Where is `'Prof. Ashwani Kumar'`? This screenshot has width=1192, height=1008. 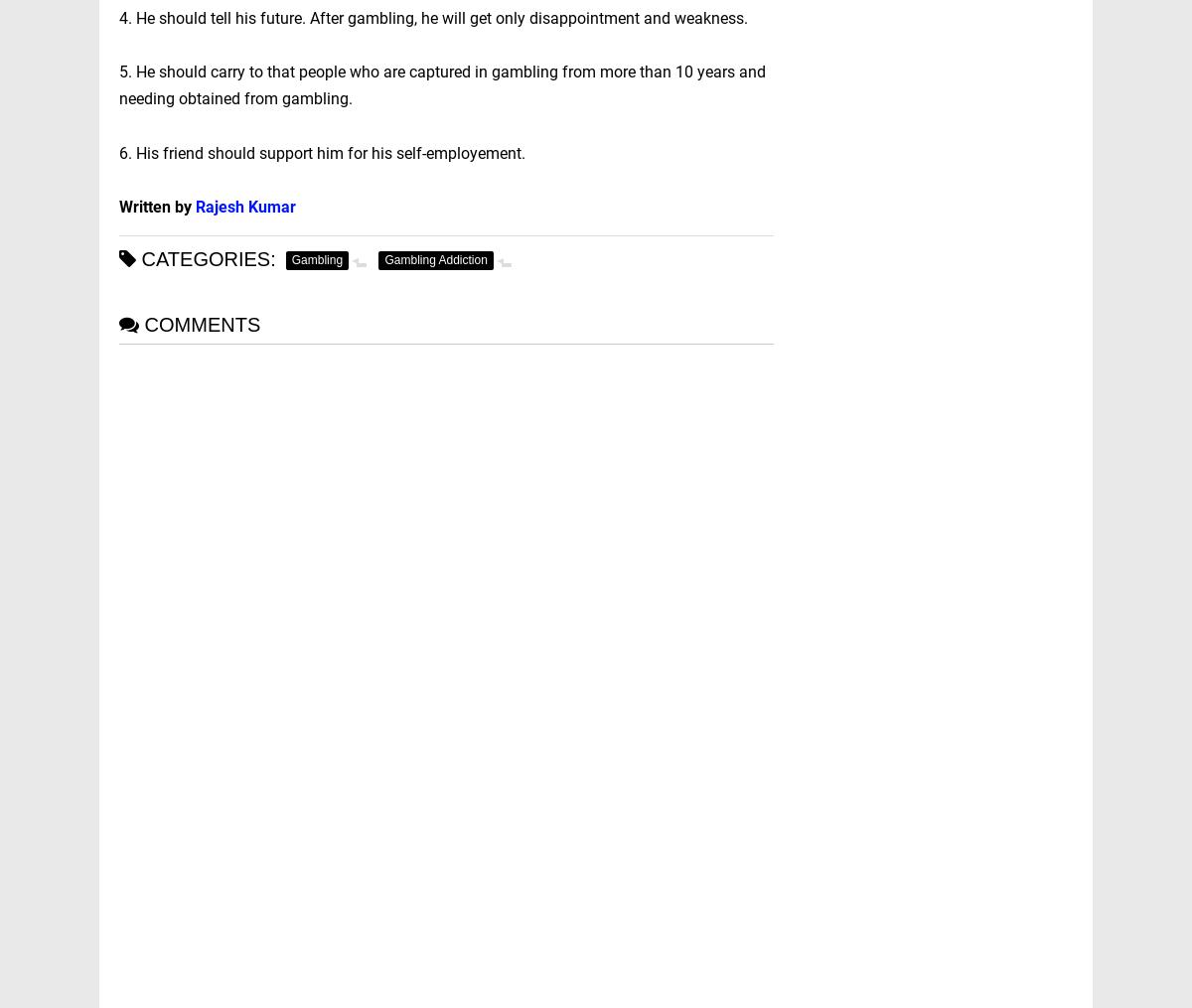 'Prof. Ashwani Kumar' is located at coordinates (214, 720).